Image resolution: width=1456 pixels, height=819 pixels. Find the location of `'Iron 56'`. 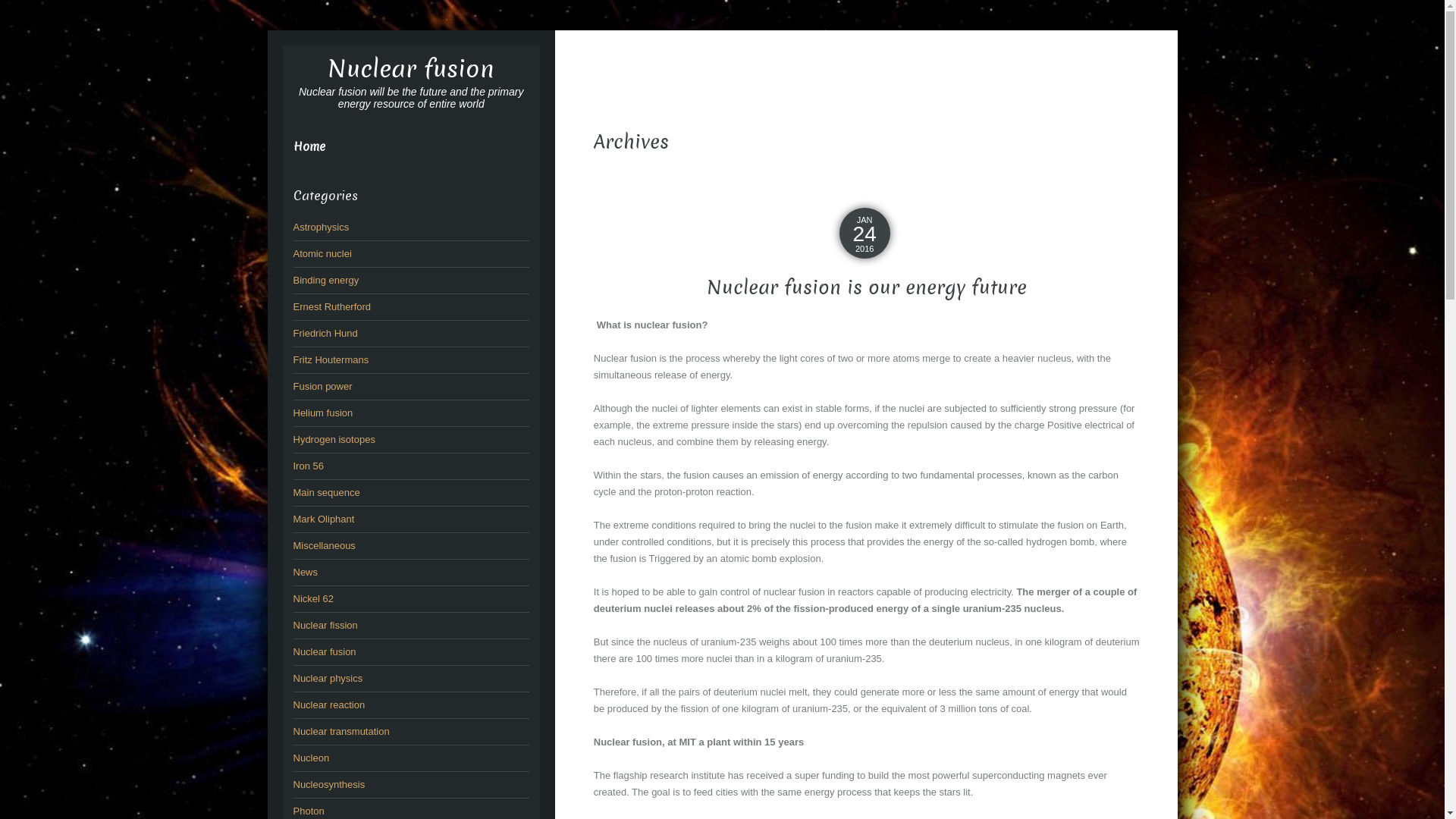

'Iron 56' is located at coordinates (307, 465).